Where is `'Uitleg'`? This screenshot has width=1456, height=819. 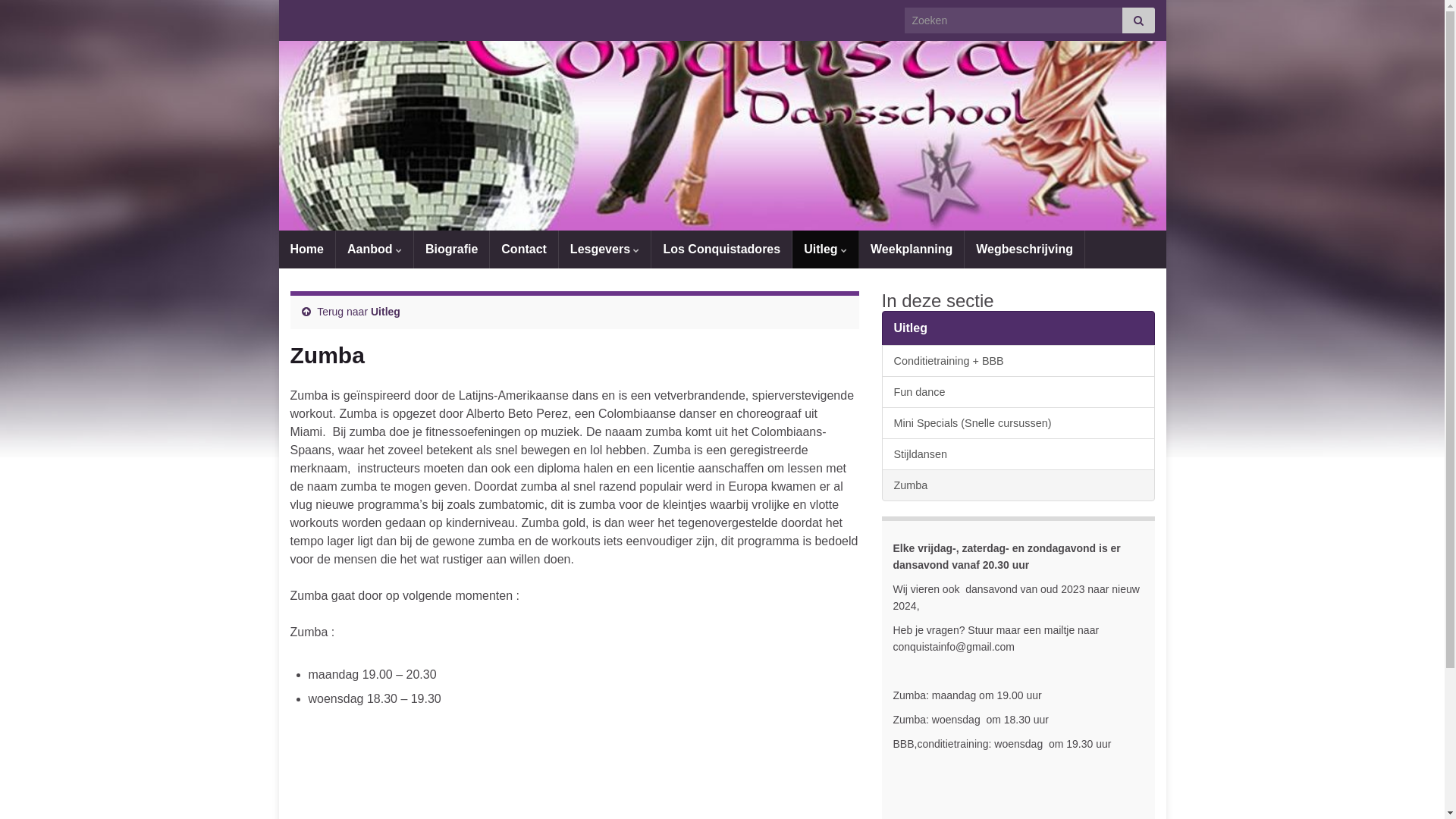
'Uitleg' is located at coordinates (824, 248).